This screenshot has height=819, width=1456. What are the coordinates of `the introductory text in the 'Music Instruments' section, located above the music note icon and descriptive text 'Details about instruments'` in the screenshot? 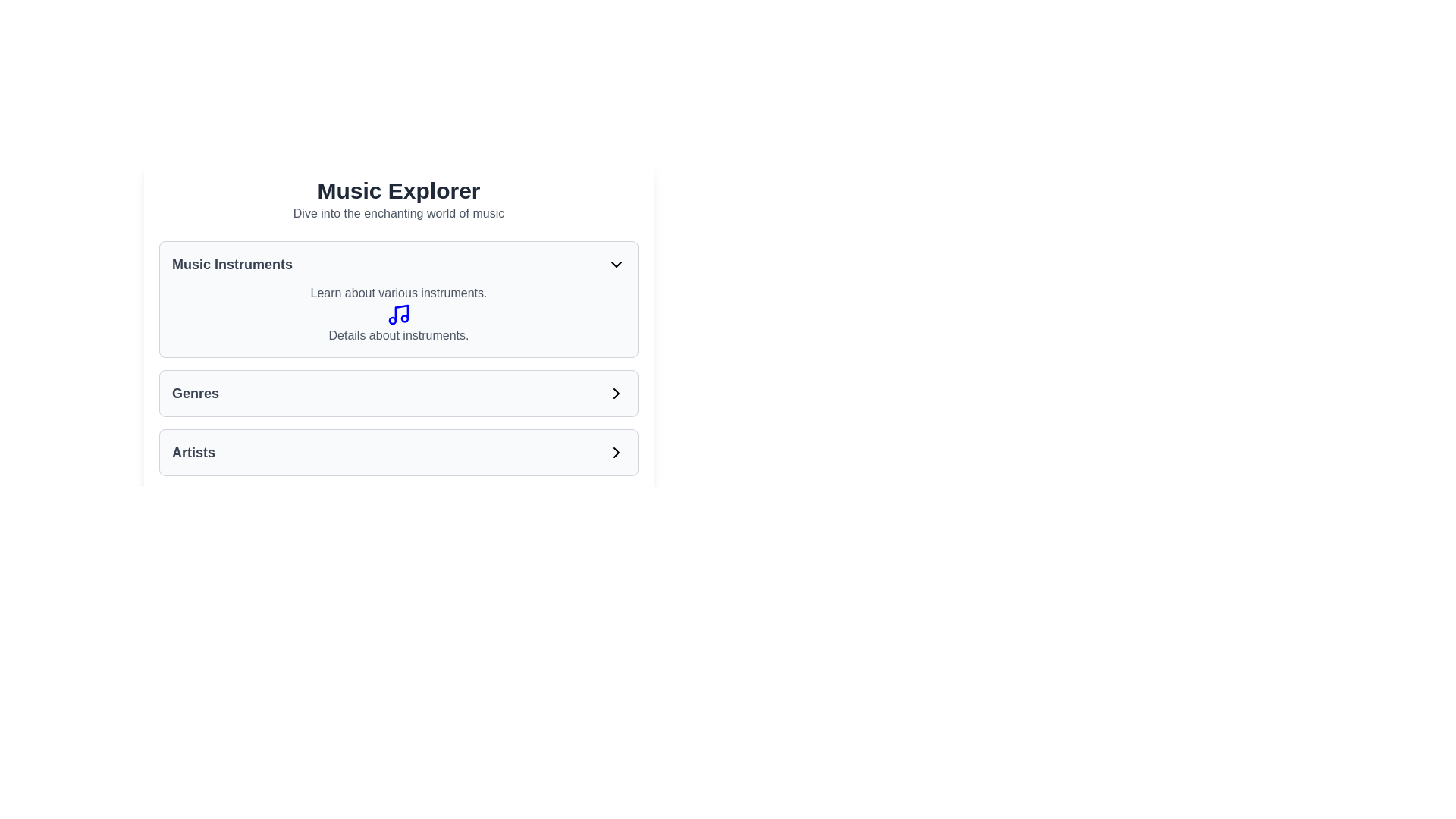 It's located at (399, 293).